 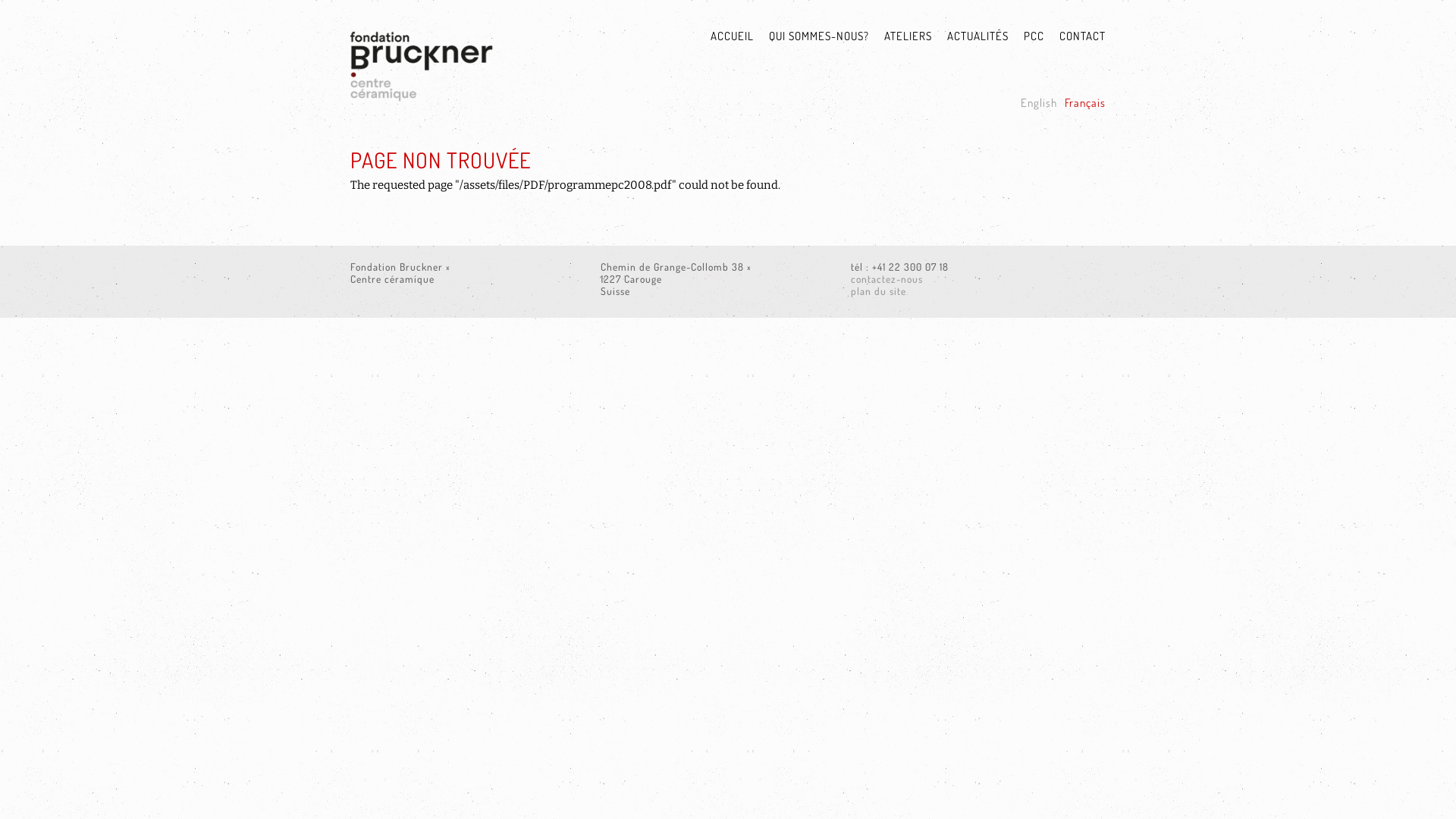 What do you see at coordinates (723, 36) in the screenshot?
I see `'ACCUEIL'` at bounding box center [723, 36].